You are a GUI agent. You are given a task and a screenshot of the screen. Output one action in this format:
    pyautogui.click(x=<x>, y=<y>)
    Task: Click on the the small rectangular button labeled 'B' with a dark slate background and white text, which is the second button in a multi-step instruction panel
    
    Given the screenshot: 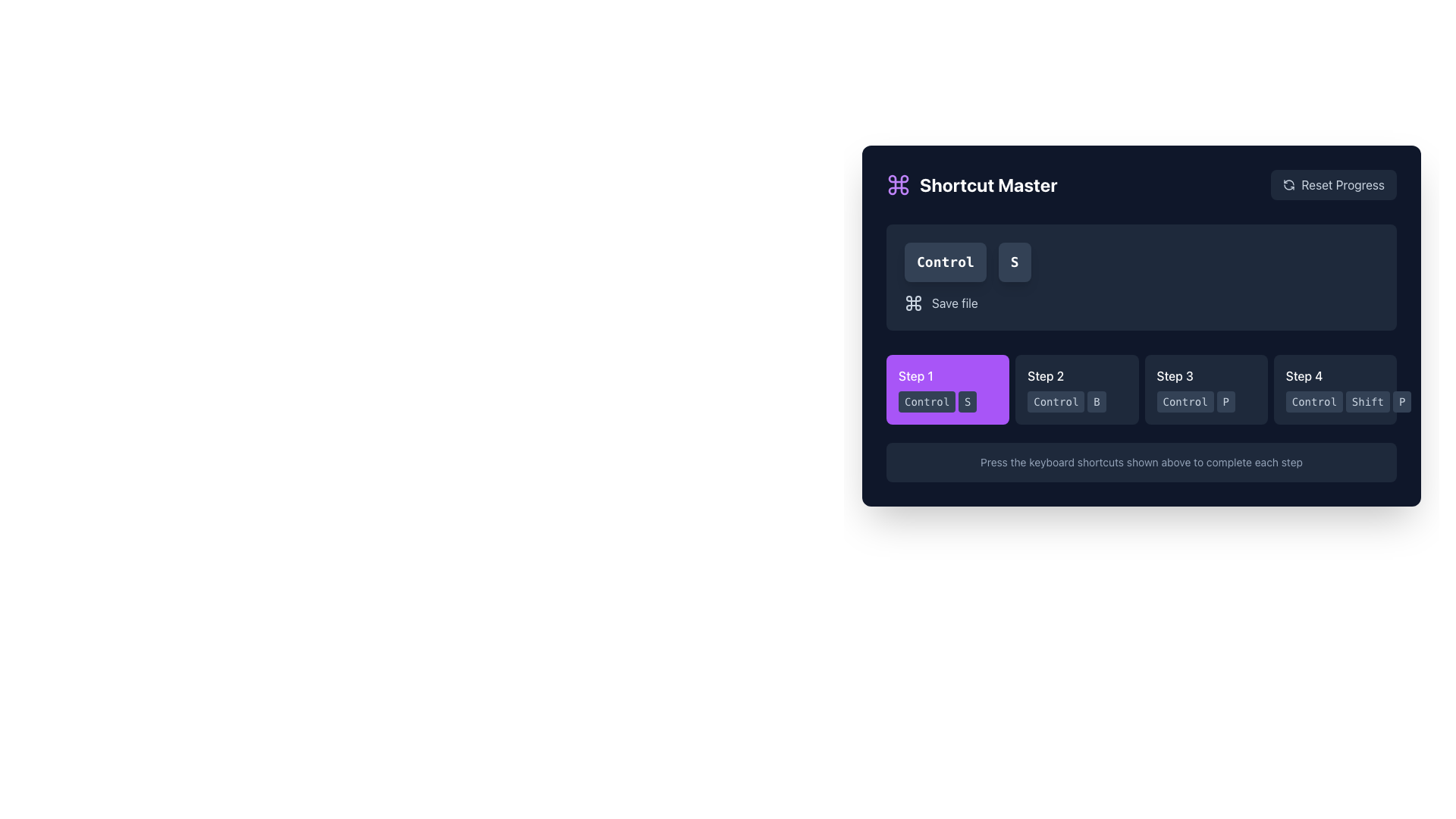 What is the action you would take?
    pyautogui.click(x=1097, y=400)
    